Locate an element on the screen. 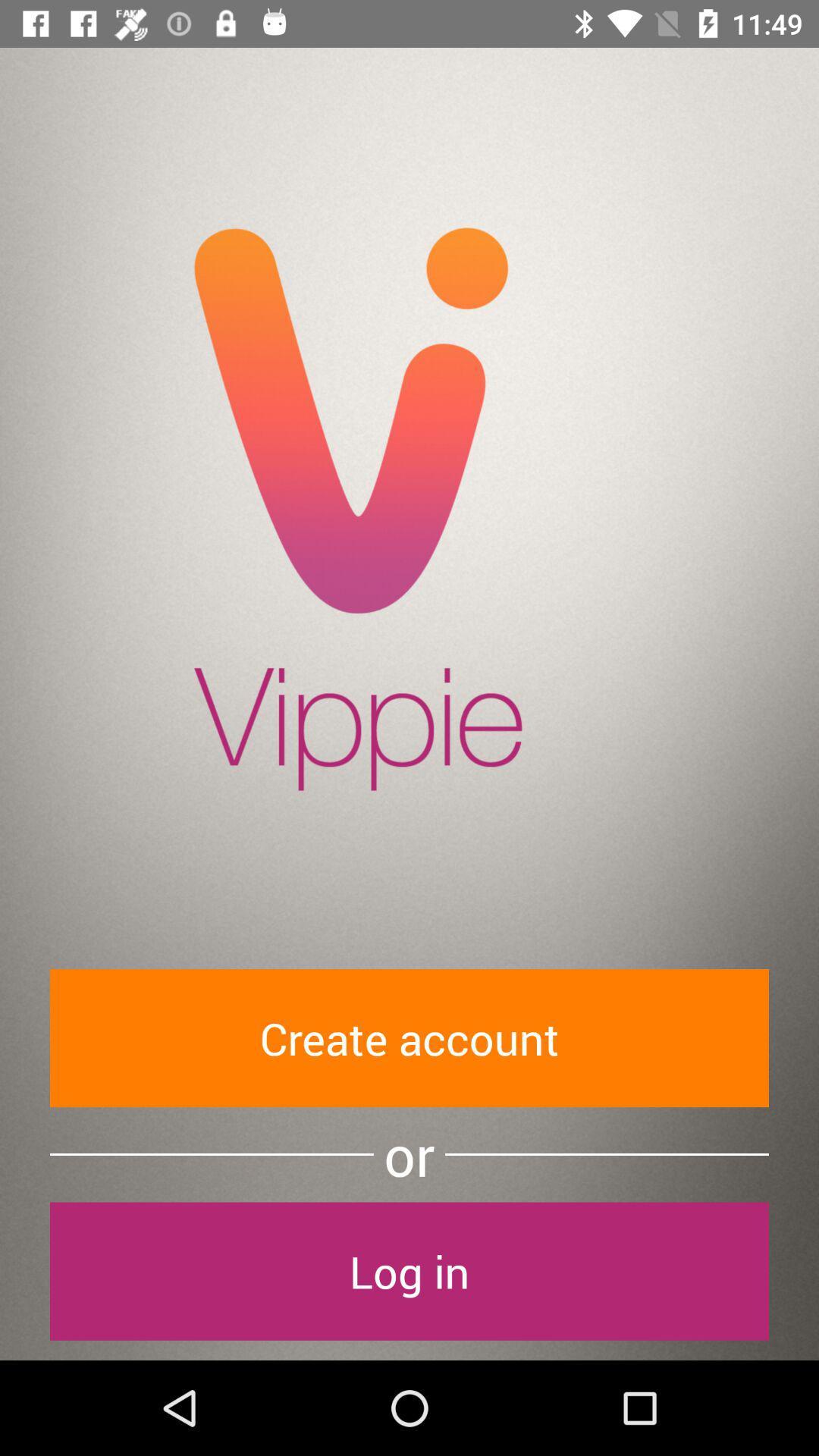  icon above the or is located at coordinates (409, 1037).